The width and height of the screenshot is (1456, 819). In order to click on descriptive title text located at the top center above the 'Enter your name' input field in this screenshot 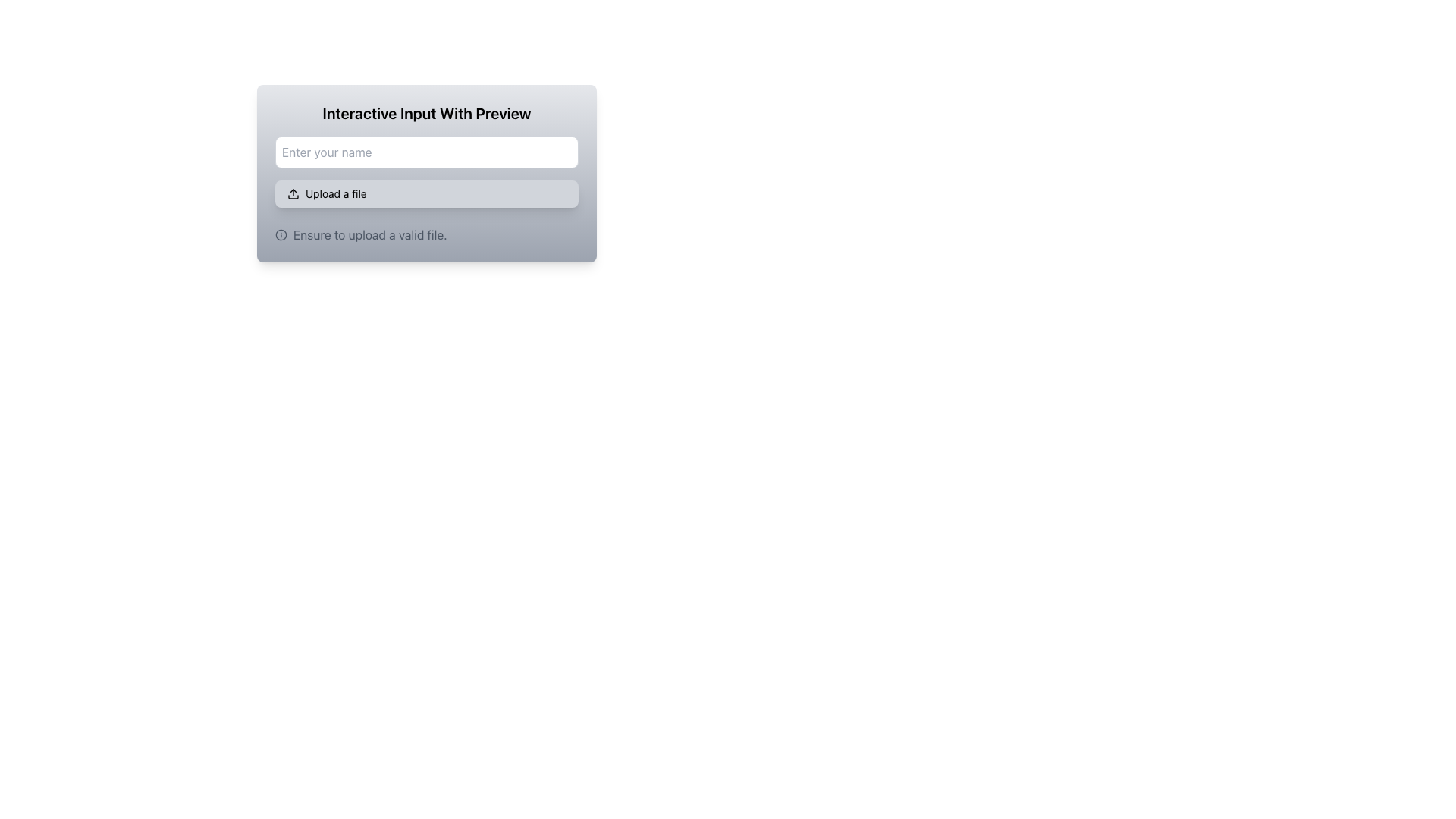, I will do `click(425, 113)`.